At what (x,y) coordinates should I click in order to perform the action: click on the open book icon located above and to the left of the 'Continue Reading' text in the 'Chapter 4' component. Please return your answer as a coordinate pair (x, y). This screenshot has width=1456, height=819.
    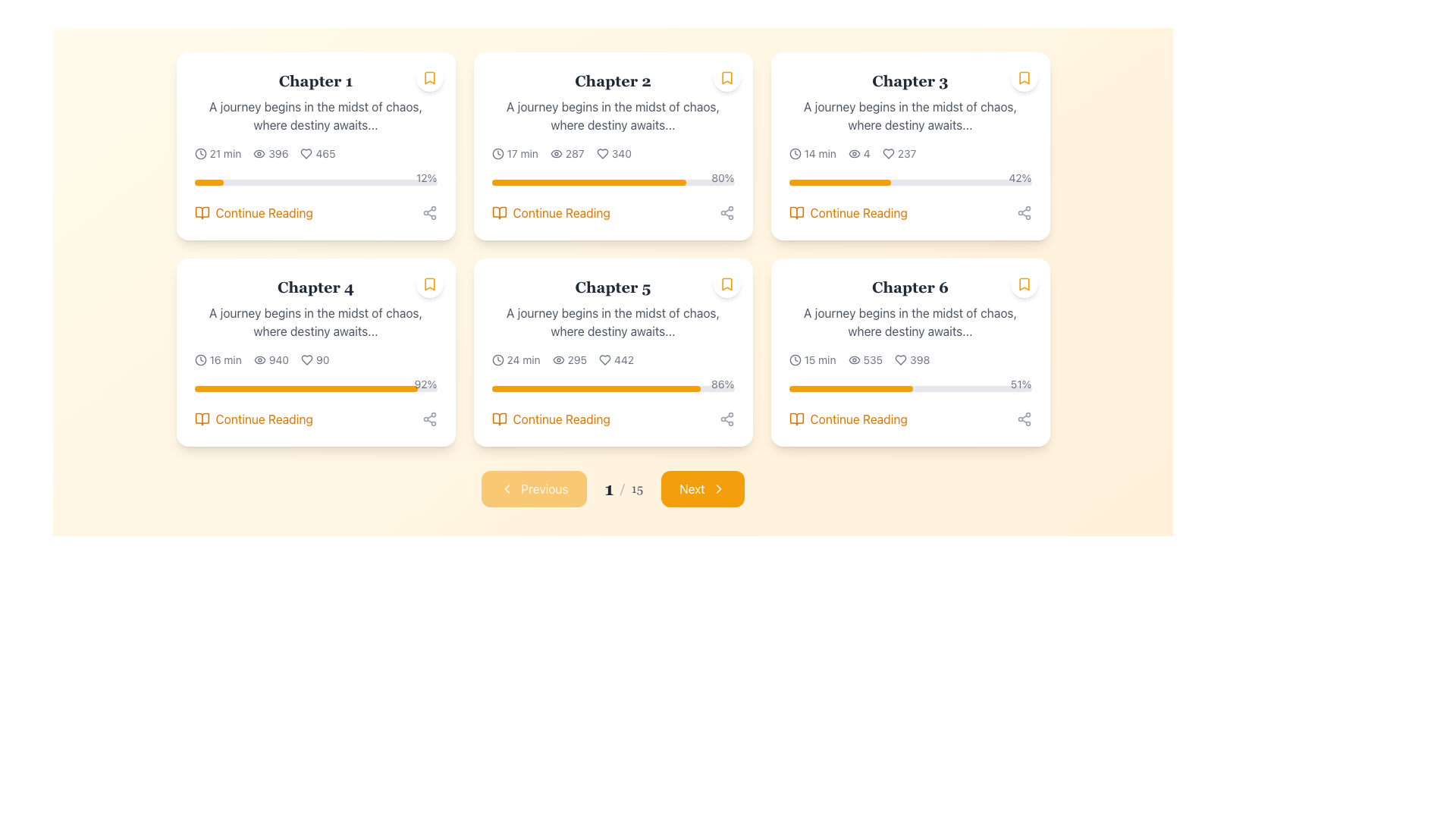
    Looking at the image, I should click on (201, 419).